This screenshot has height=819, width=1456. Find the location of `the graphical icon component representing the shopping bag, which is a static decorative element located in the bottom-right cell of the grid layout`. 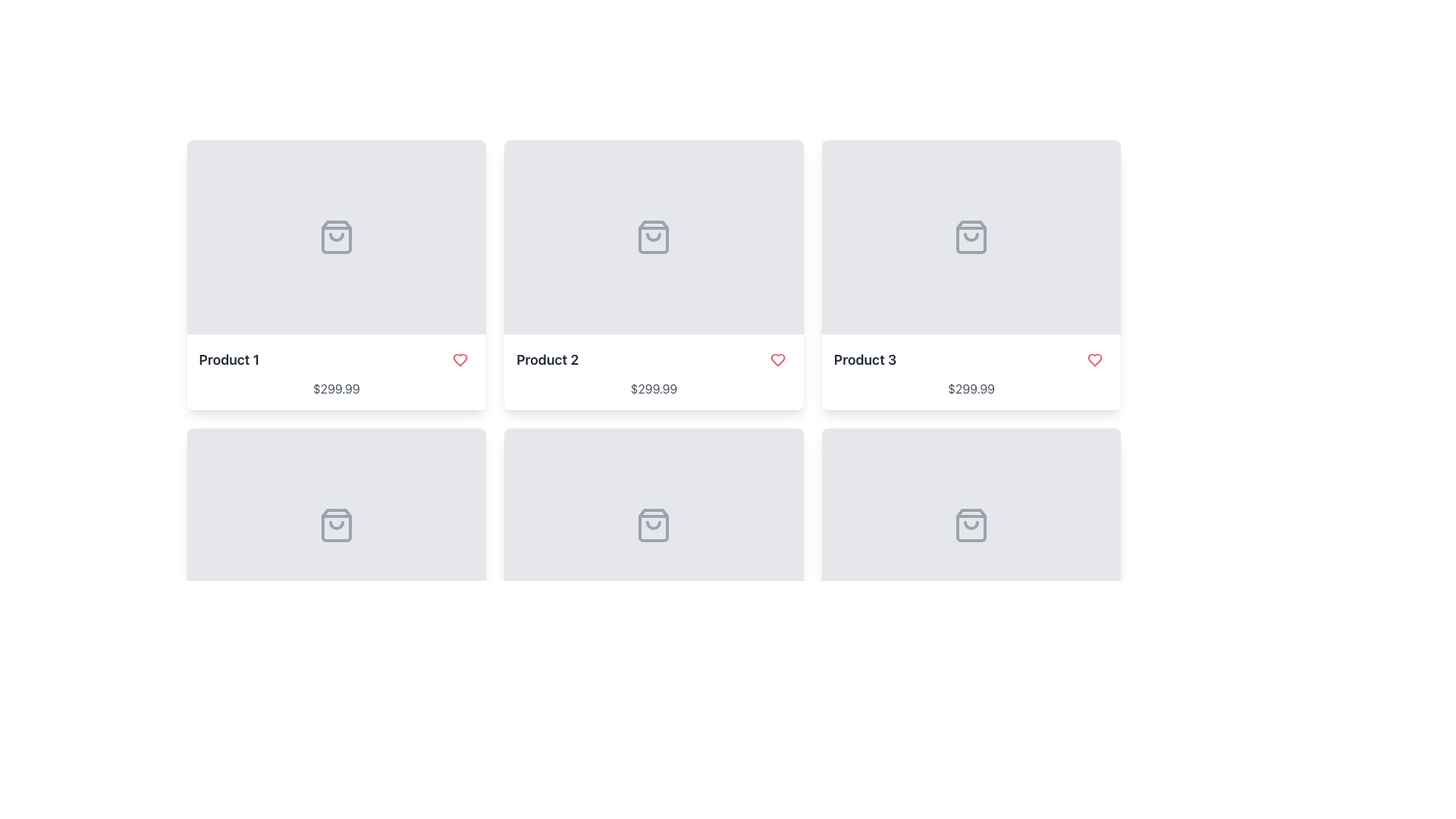

the graphical icon component representing the shopping bag, which is a static decorative element located in the bottom-right cell of the grid layout is located at coordinates (971, 525).